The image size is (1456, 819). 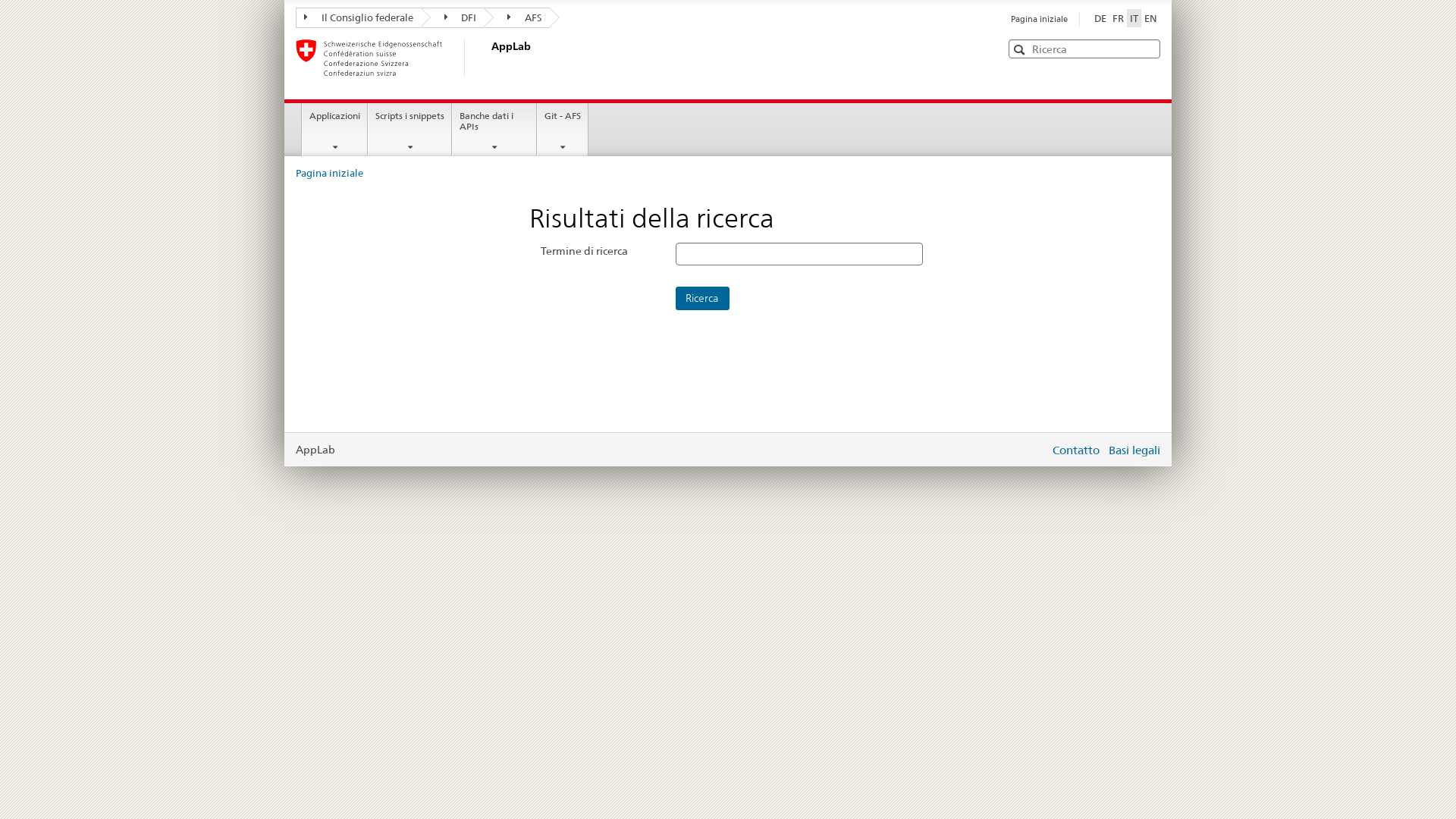 I want to click on 'Il Consiglio federale', so click(x=357, y=17).